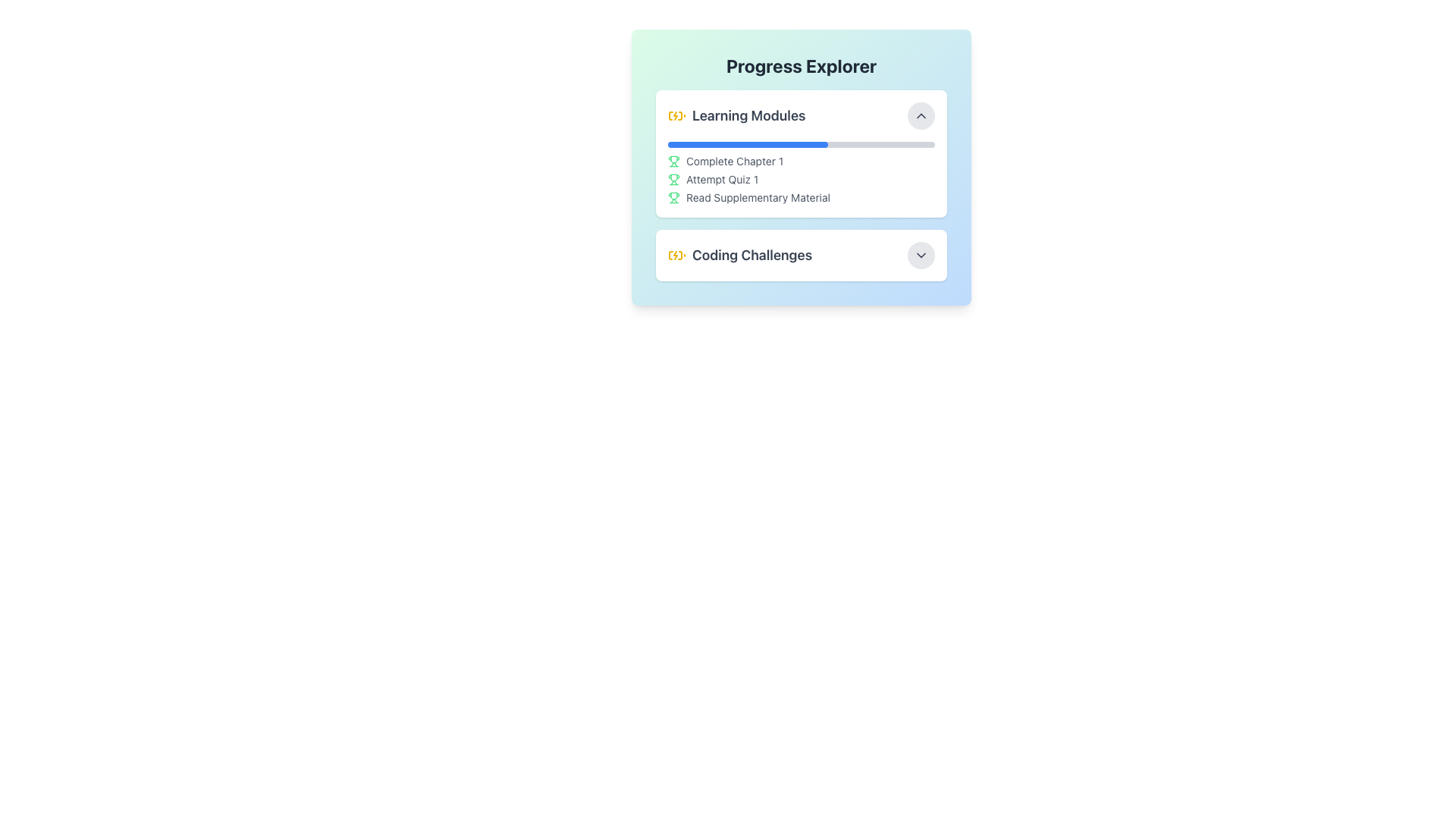 The height and width of the screenshot is (819, 1456). What do you see at coordinates (800, 161) in the screenshot?
I see `the green trophy icon in the 'Complete Chapter 1' text label element located at the top of the 'Learning Modules' section` at bounding box center [800, 161].